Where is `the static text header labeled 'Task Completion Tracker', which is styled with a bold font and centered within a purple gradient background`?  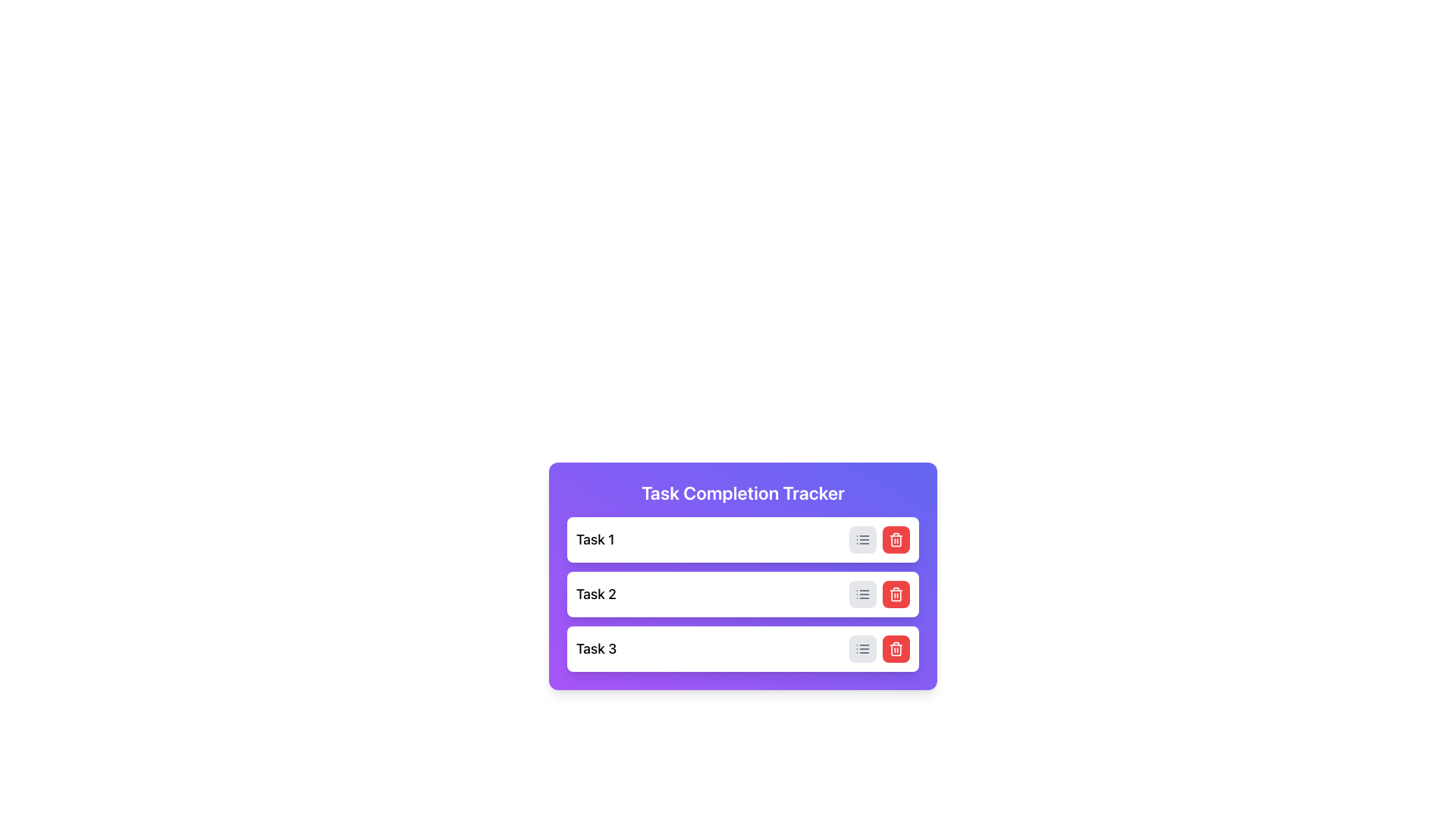 the static text header labeled 'Task Completion Tracker', which is styled with a bold font and centered within a purple gradient background is located at coordinates (742, 493).